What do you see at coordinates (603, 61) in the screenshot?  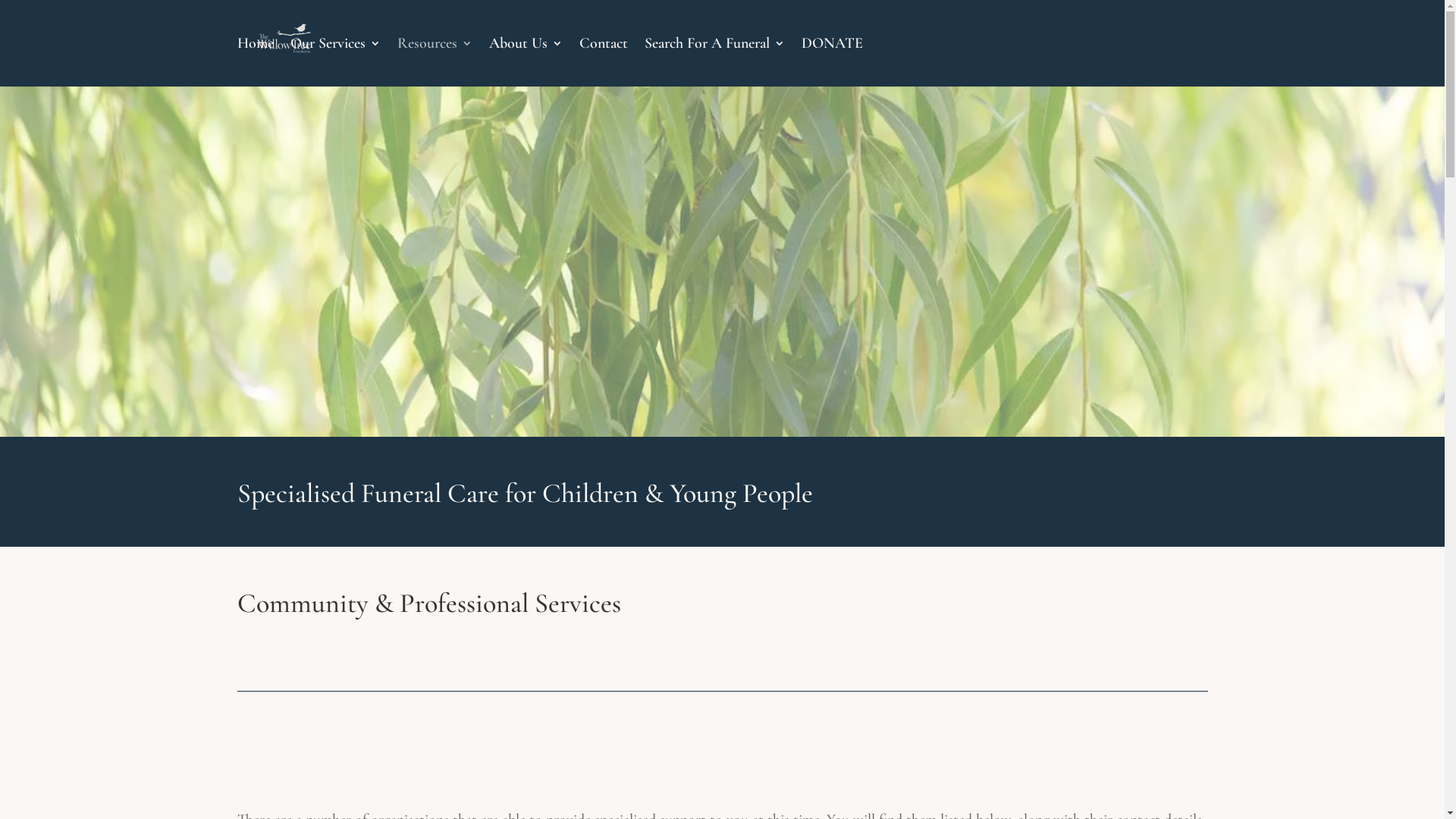 I see `'Contact'` at bounding box center [603, 61].